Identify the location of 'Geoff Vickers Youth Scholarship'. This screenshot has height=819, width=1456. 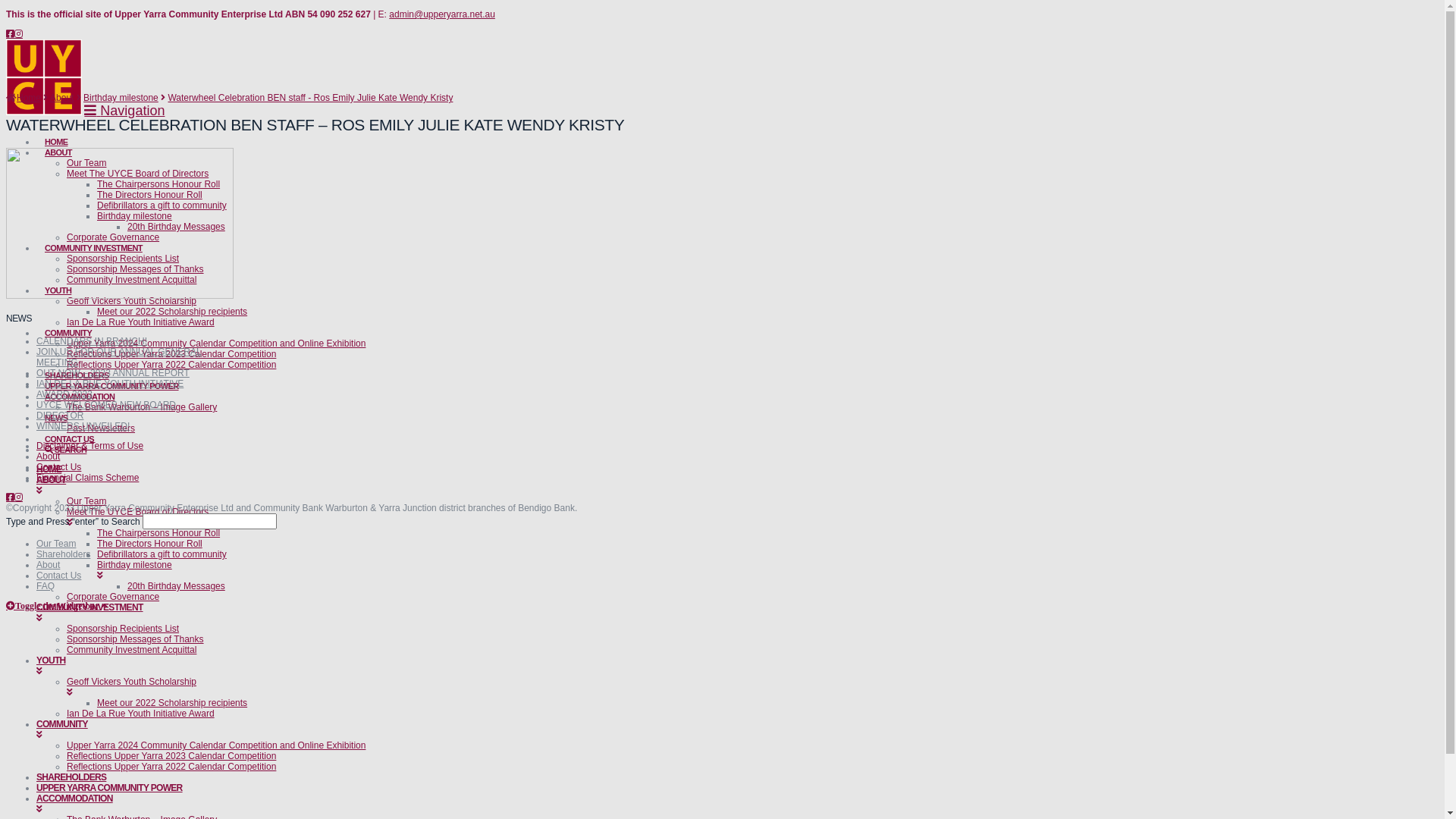
(131, 301).